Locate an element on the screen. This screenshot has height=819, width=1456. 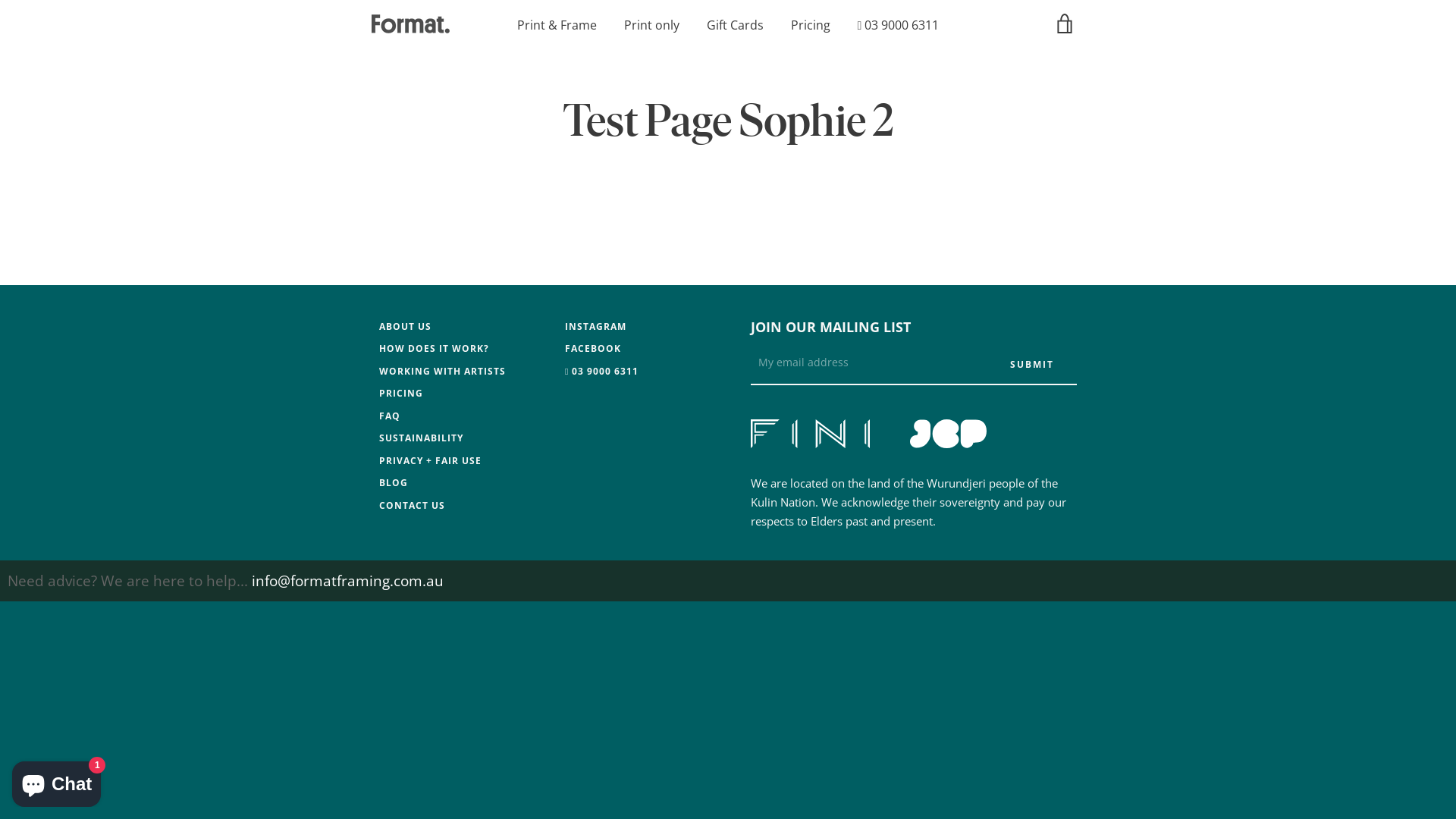
'Print only' is located at coordinates (623, 25).